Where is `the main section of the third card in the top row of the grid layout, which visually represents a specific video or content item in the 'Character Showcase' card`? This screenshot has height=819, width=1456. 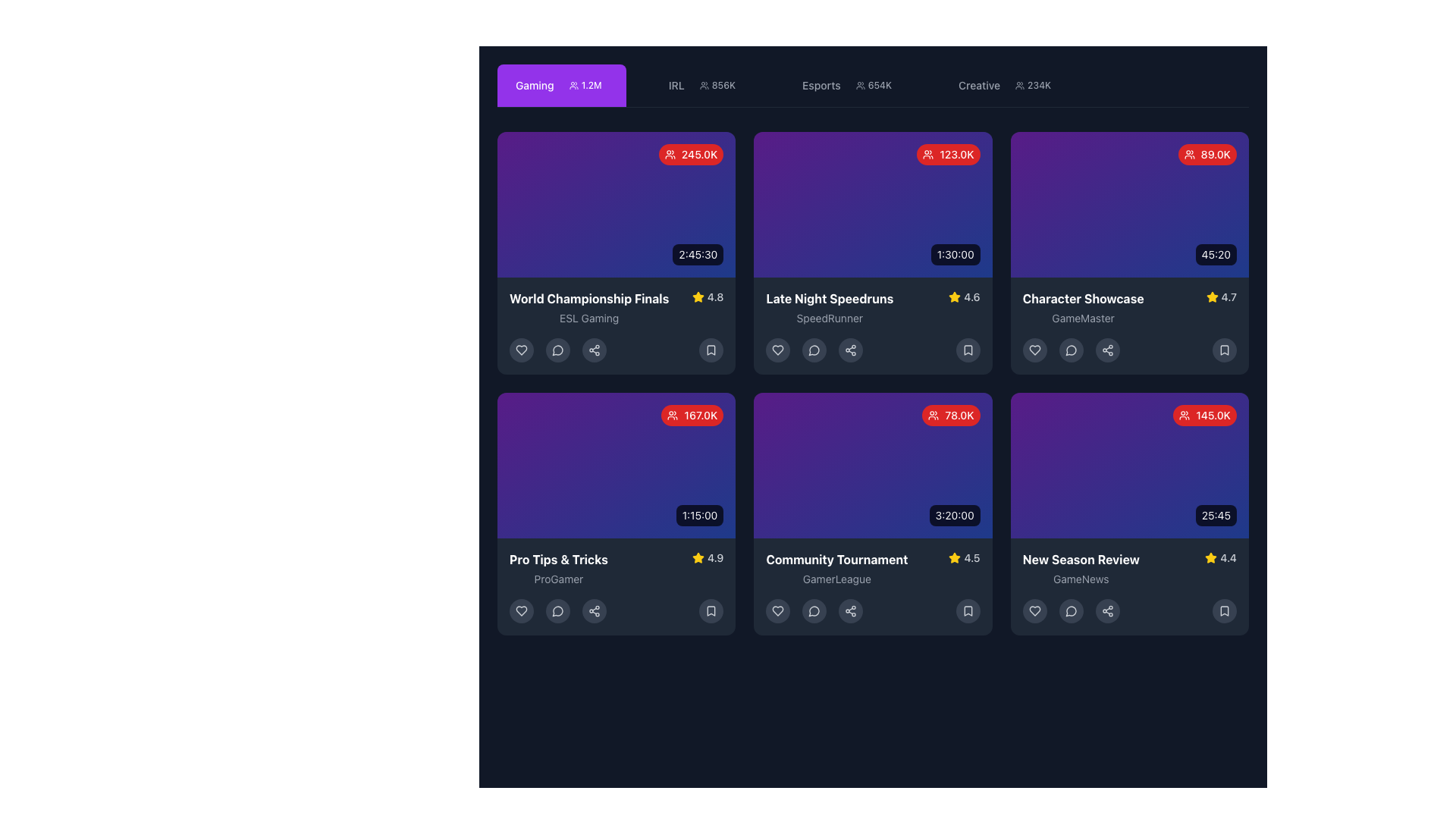 the main section of the third card in the top row of the grid layout, which visually represents a specific video or content item in the 'Character Showcase' card is located at coordinates (1129, 205).